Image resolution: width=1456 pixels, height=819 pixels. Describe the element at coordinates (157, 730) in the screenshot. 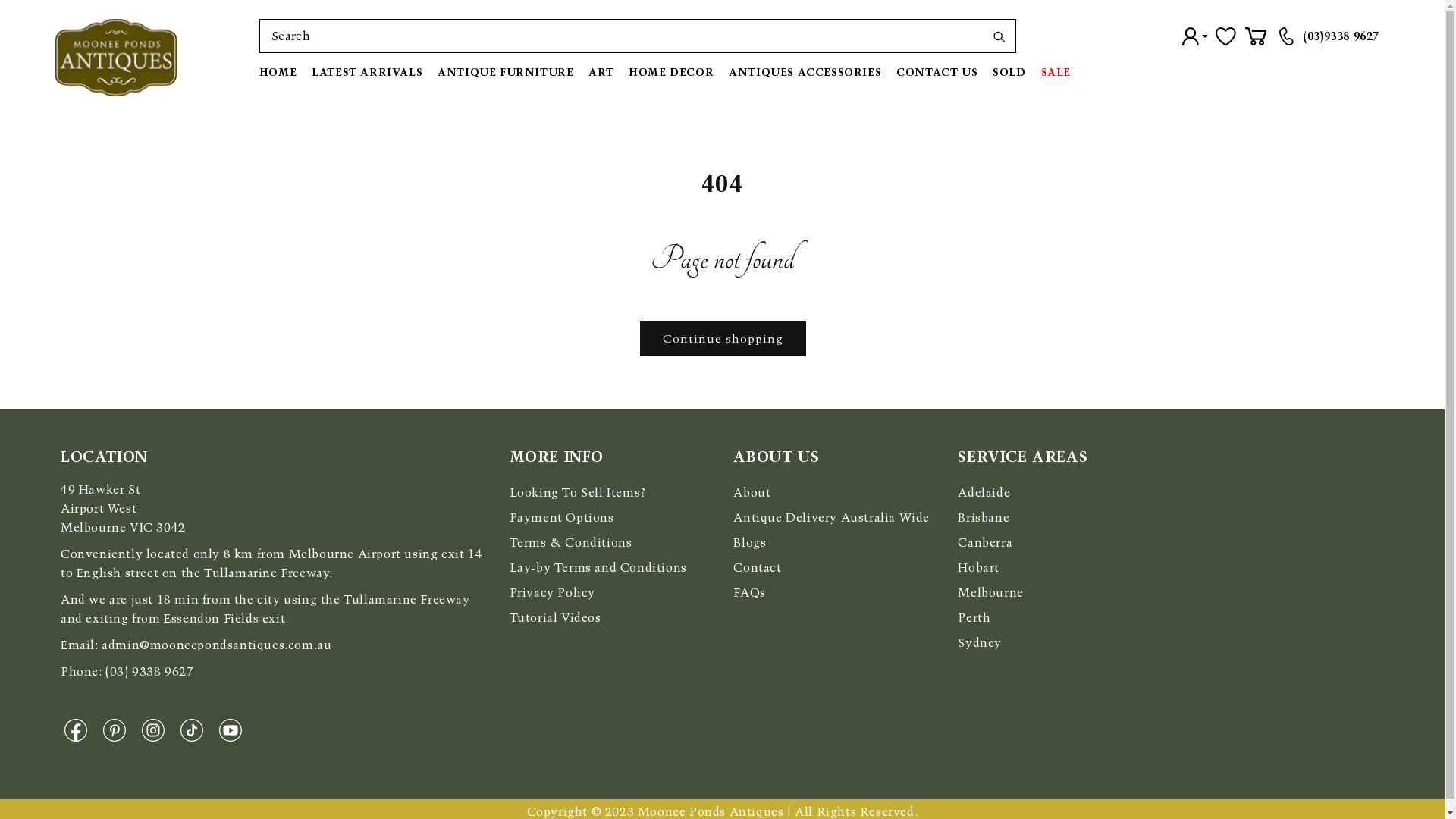

I see `'Instagram'` at that location.